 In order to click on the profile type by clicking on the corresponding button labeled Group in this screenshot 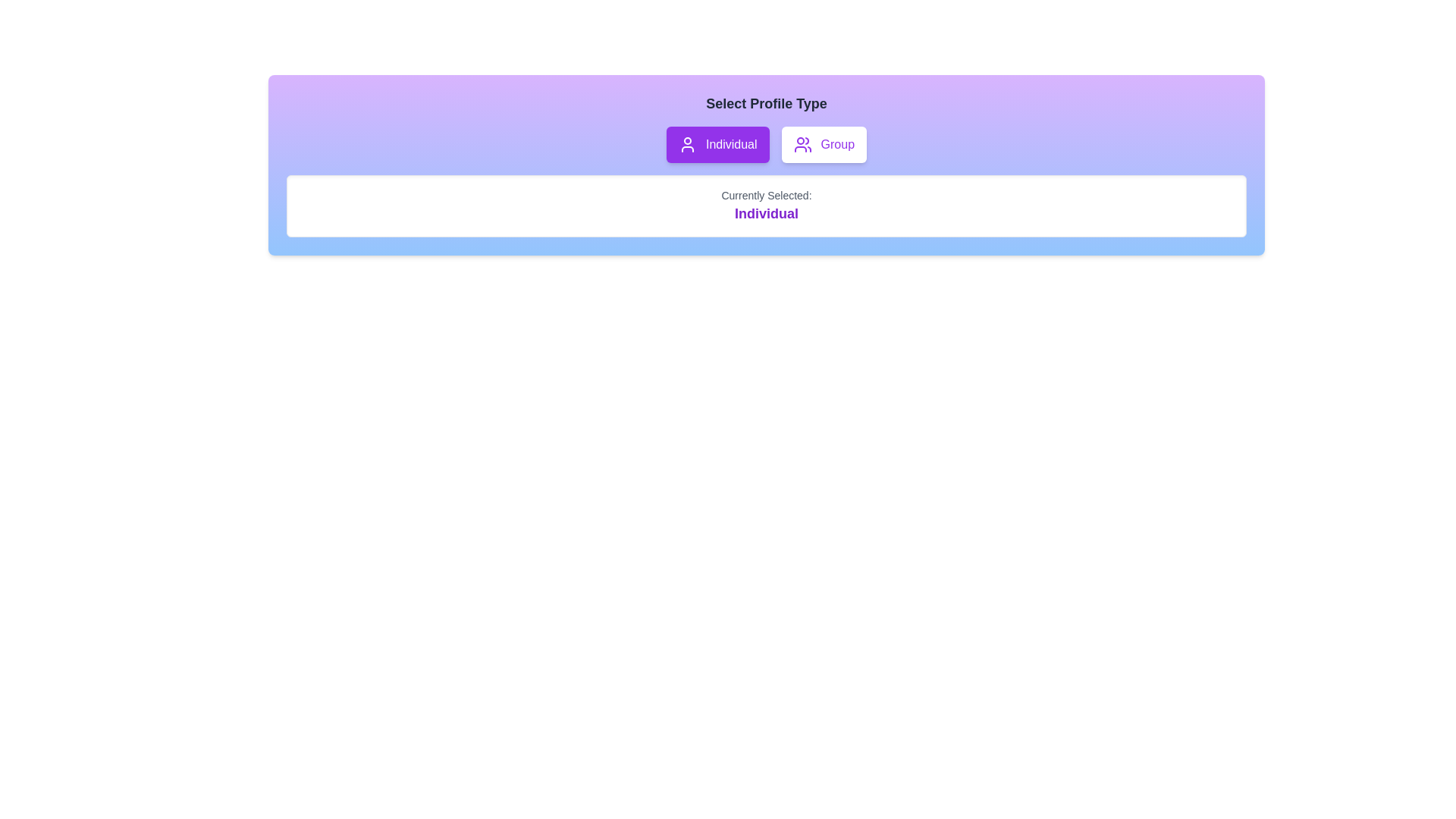, I will do `click(823, 145)`.